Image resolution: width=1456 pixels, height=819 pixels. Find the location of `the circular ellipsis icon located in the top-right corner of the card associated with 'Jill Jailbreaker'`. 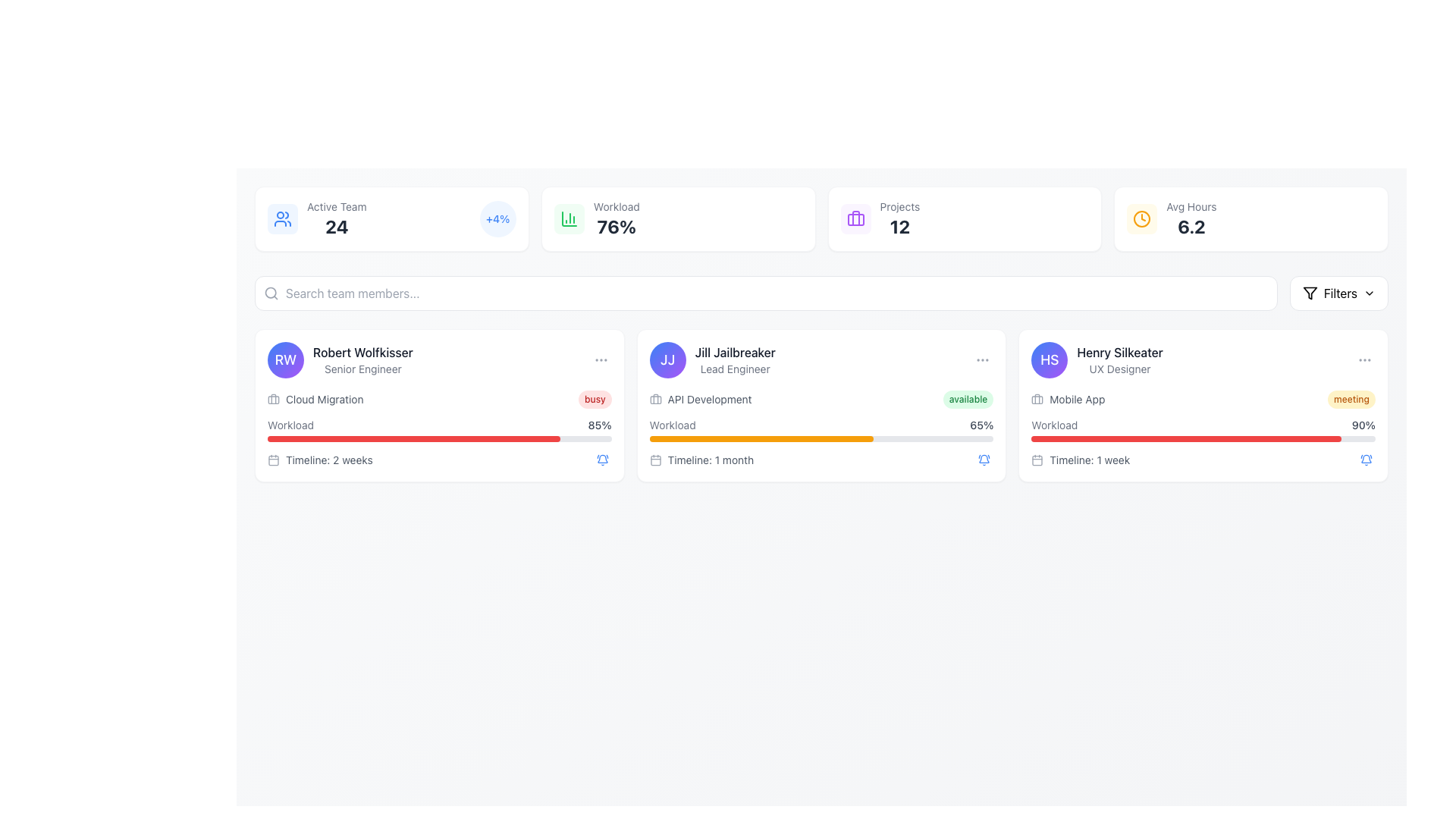

the circular ellipsis icon located in the top-right corner of the card associated with 'Jill Jailbreaker' is located at coordinates (983, 359).